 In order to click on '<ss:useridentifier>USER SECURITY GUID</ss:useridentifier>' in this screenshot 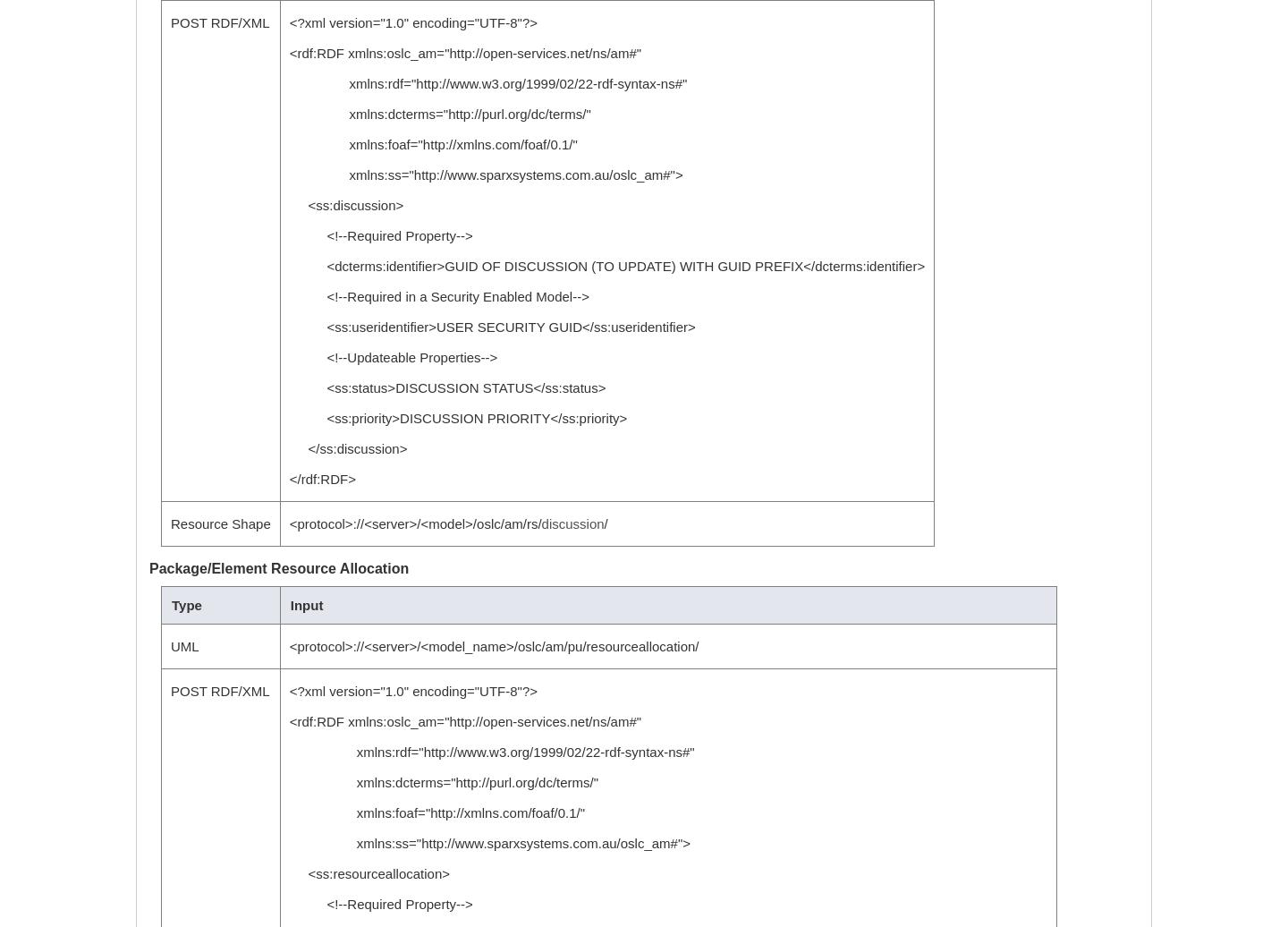, I will do `click(491, 327)`.